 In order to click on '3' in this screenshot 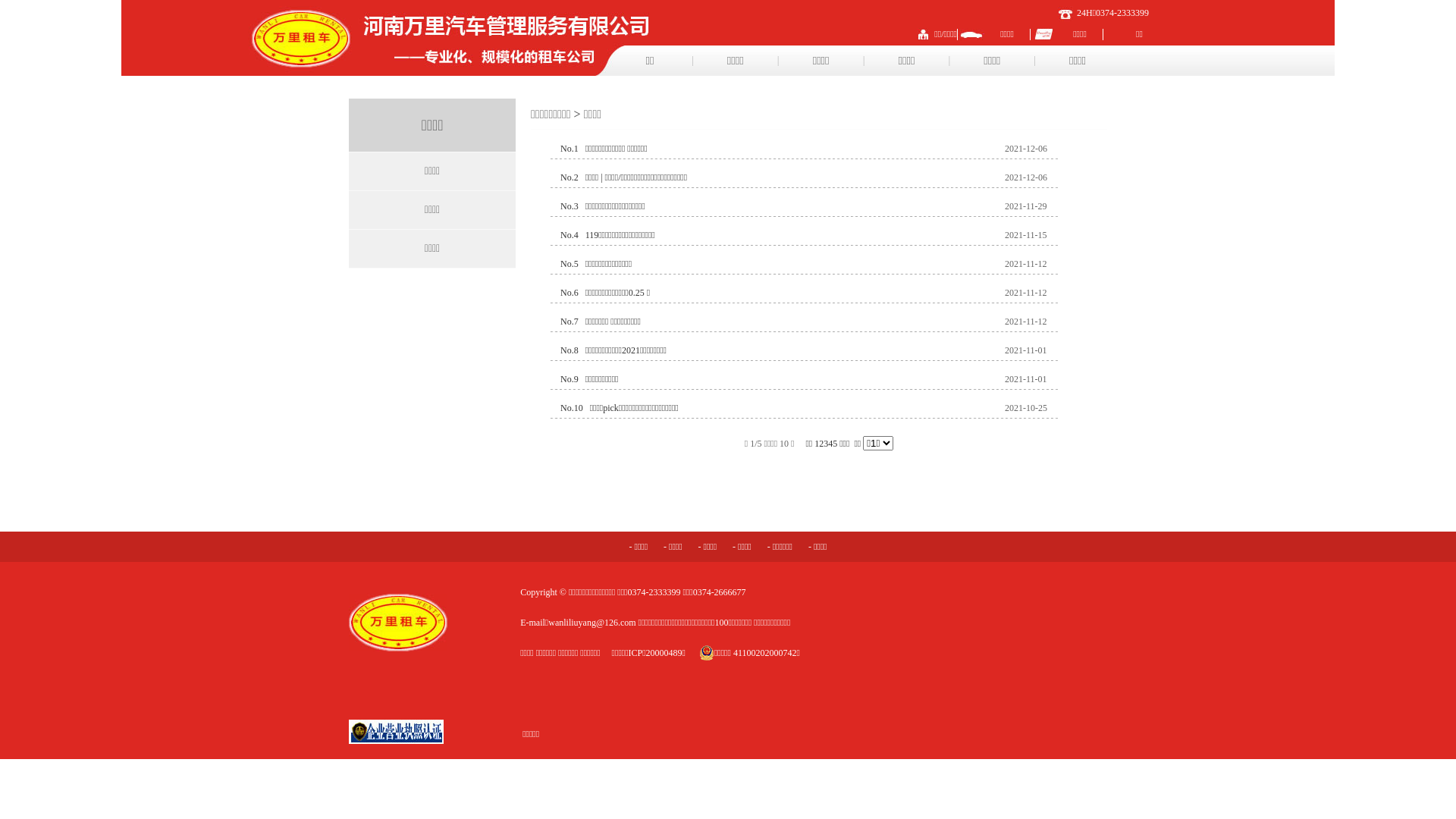, I will do `click(825, 444)`.